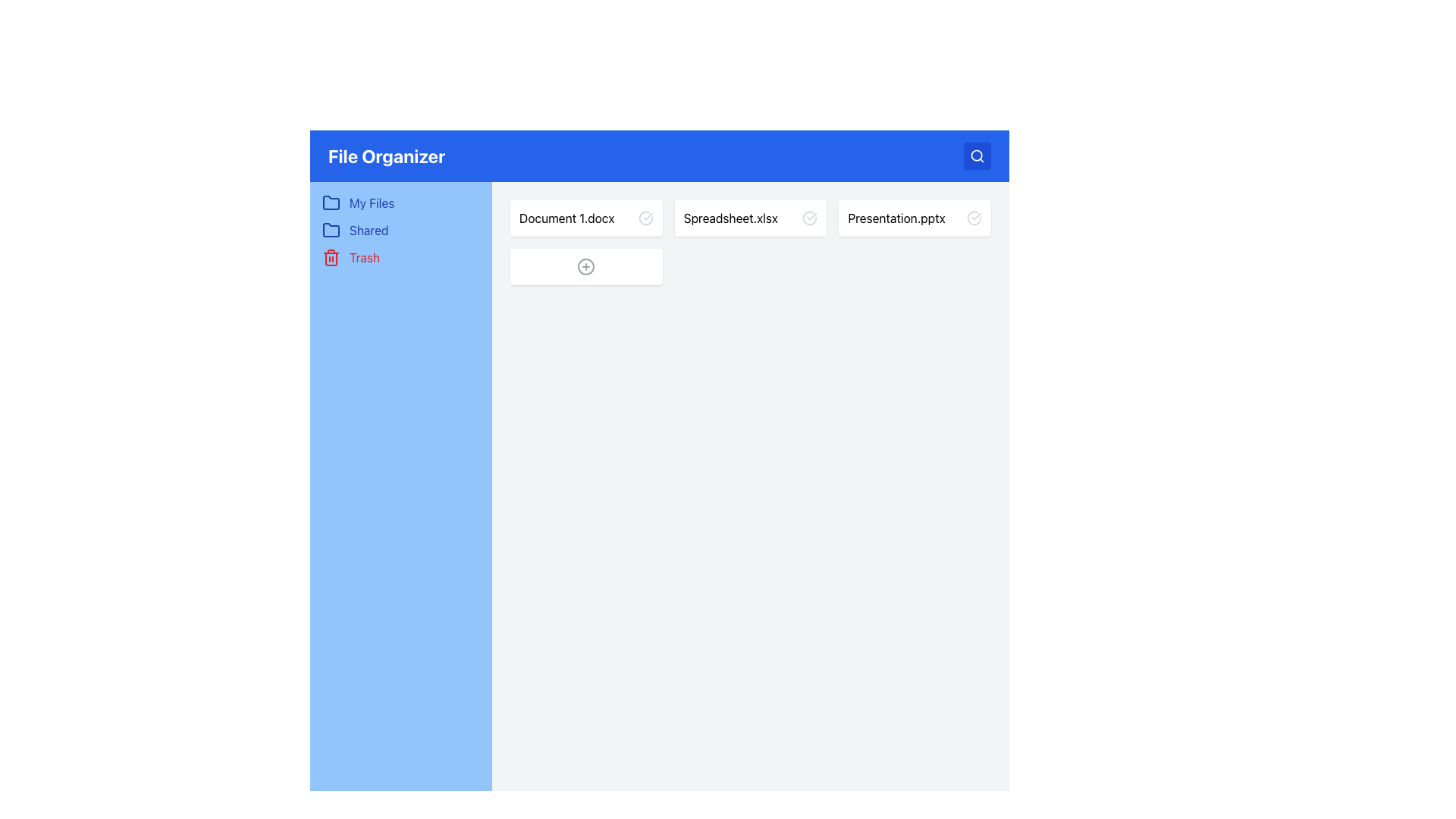  I want to click on the 'Trash' menu item, which features a red trash bin icon and is located below the 'Shared' list item, so click(400, 256).